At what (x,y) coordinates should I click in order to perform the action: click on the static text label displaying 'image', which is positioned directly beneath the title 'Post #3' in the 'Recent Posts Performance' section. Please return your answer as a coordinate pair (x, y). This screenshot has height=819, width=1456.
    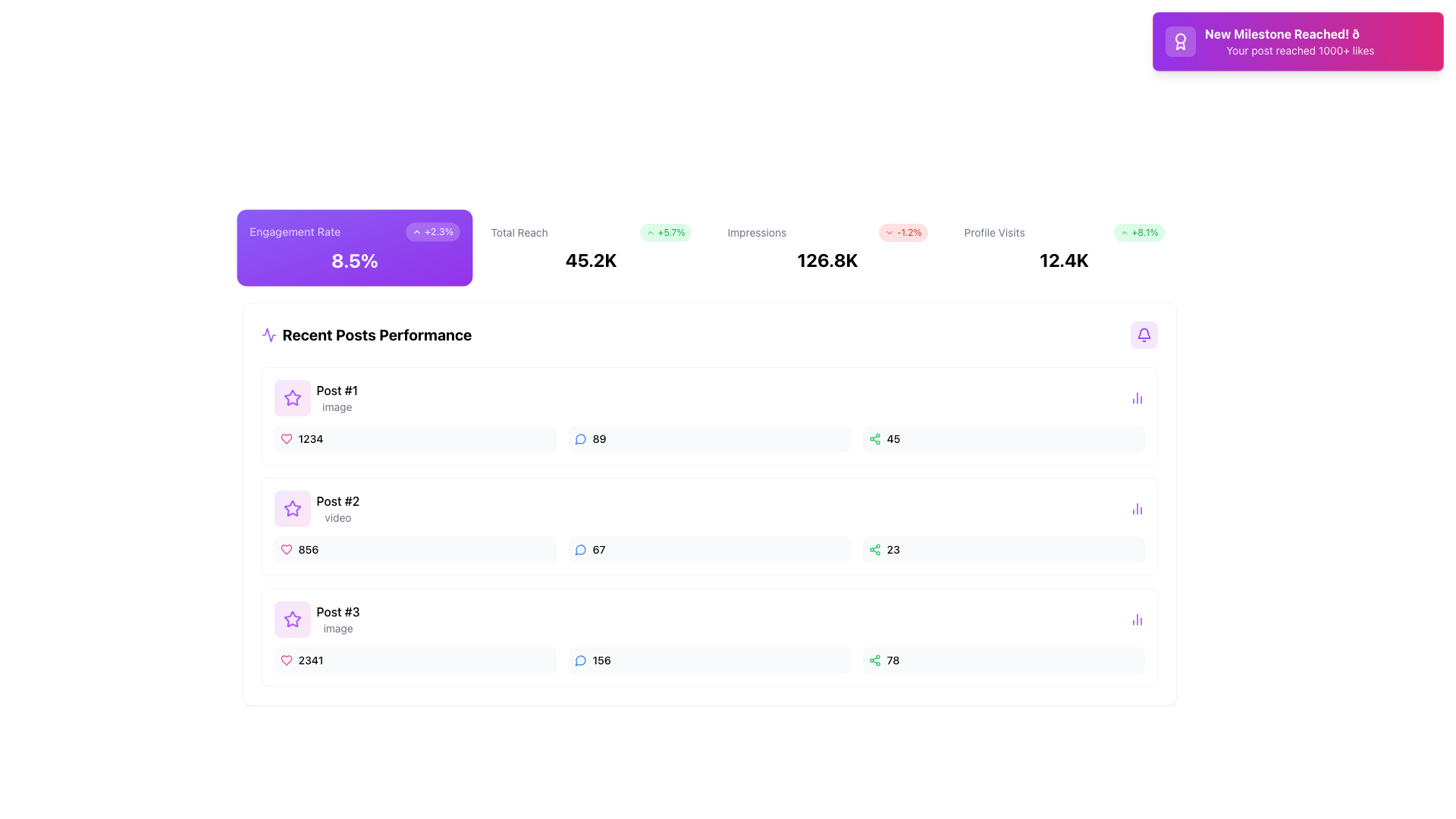
    Looking at the image, I should click on (337, 629).